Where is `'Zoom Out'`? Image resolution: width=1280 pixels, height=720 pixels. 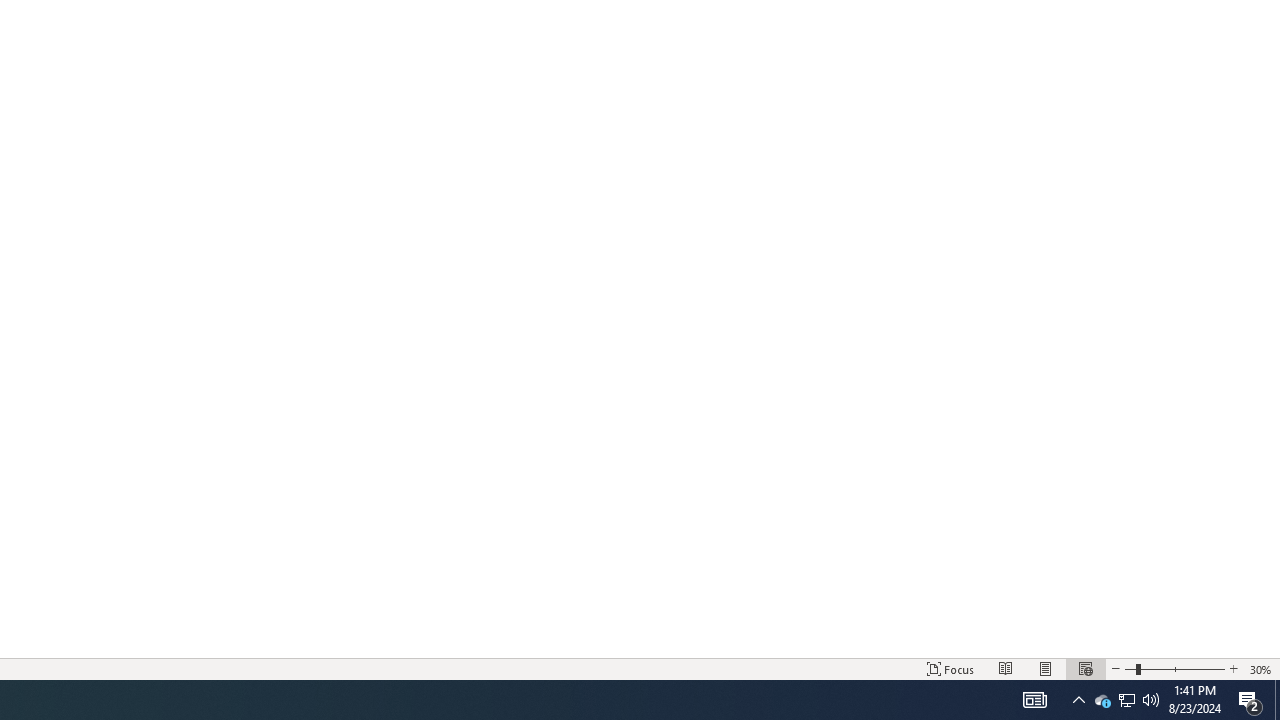
'Zoom Out' is located at coordinates (1130, 669).